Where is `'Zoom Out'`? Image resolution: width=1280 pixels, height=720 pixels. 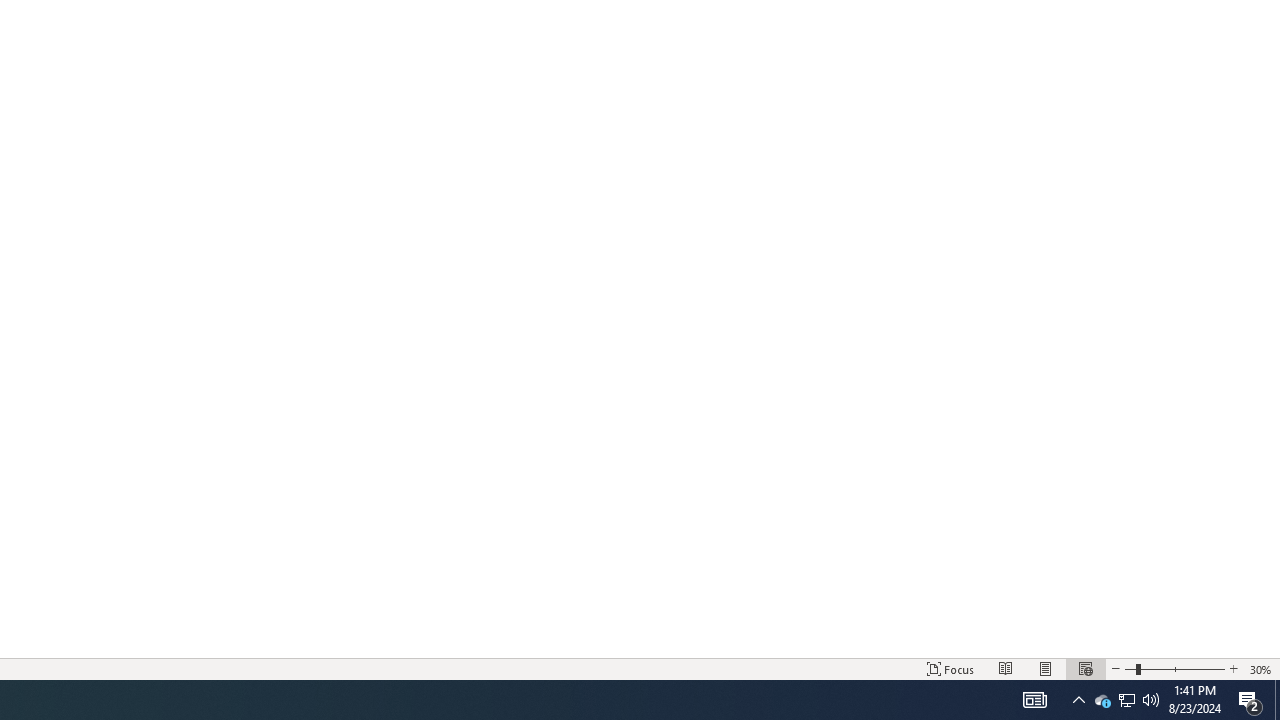
'Zoom Out' is located at coordinates (1130, 669).